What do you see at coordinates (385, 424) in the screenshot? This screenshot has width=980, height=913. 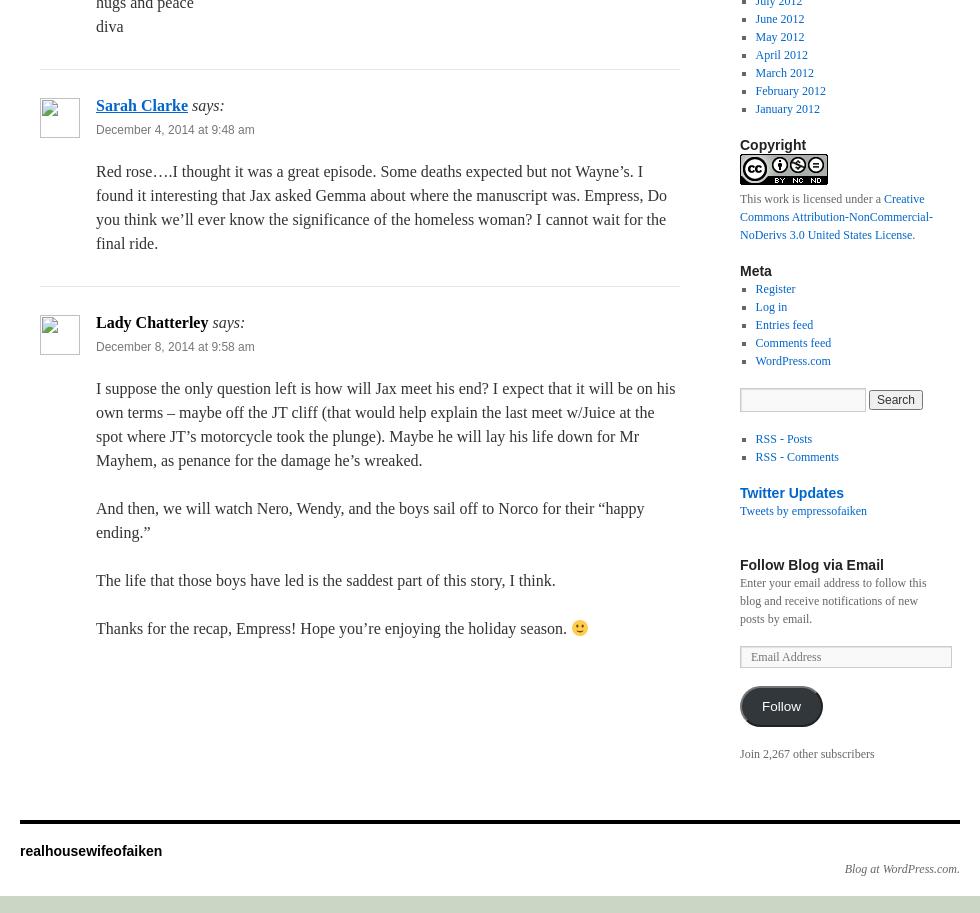 I see `'I suppose the only question left is how will Jax meet his end?  I expect that it will be on his own terms – maybe off the JT cliff (that would help explain the last meet w/Juice at the spot where JT’s motorcycle took the plunge).  Maybe he will lay his life down for Mr Mayhem, as penance for the damage he’s wreaked.'` at bounding box center [385, 424].